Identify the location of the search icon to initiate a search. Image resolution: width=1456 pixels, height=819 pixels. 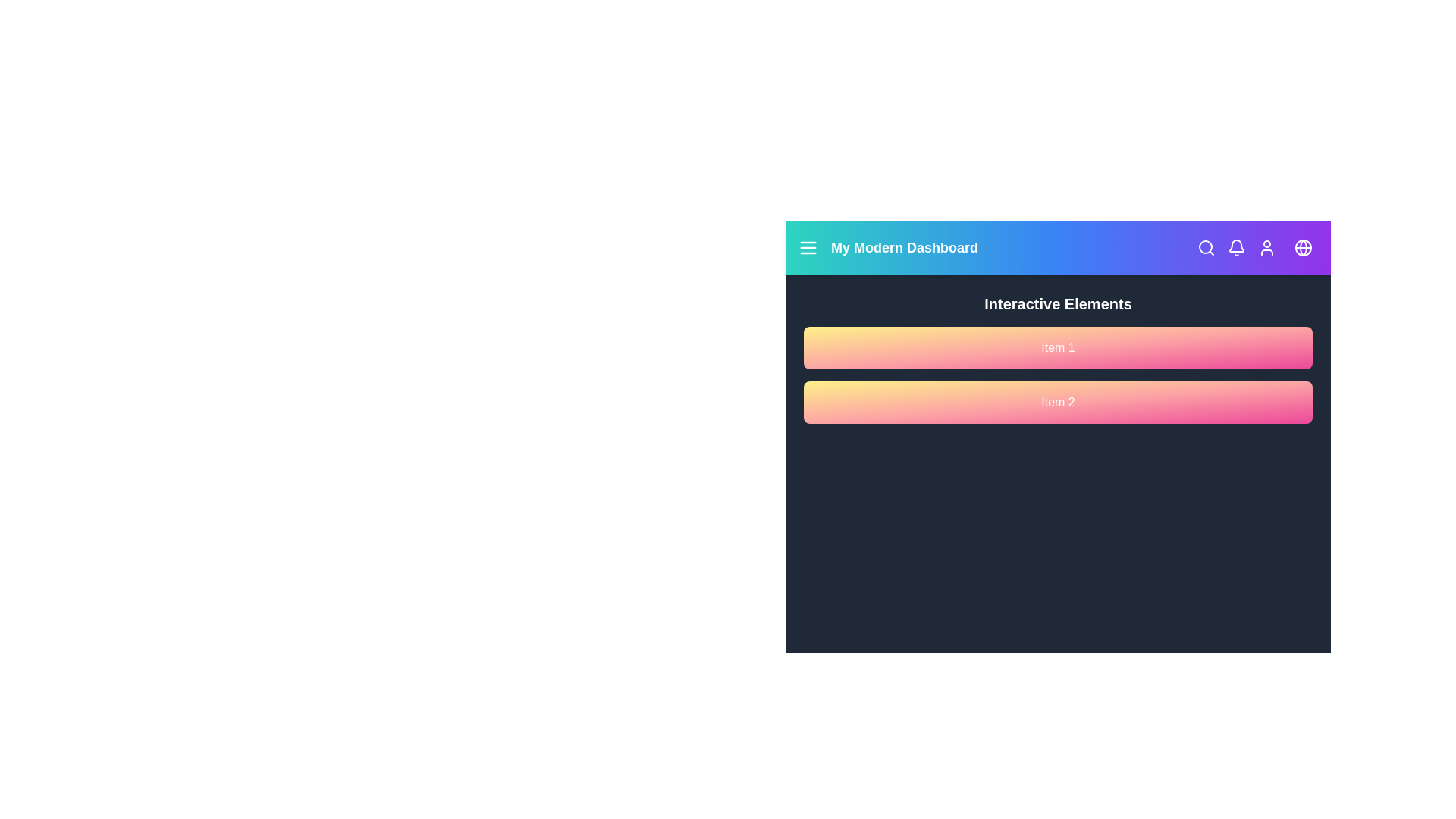
(1205, 247).